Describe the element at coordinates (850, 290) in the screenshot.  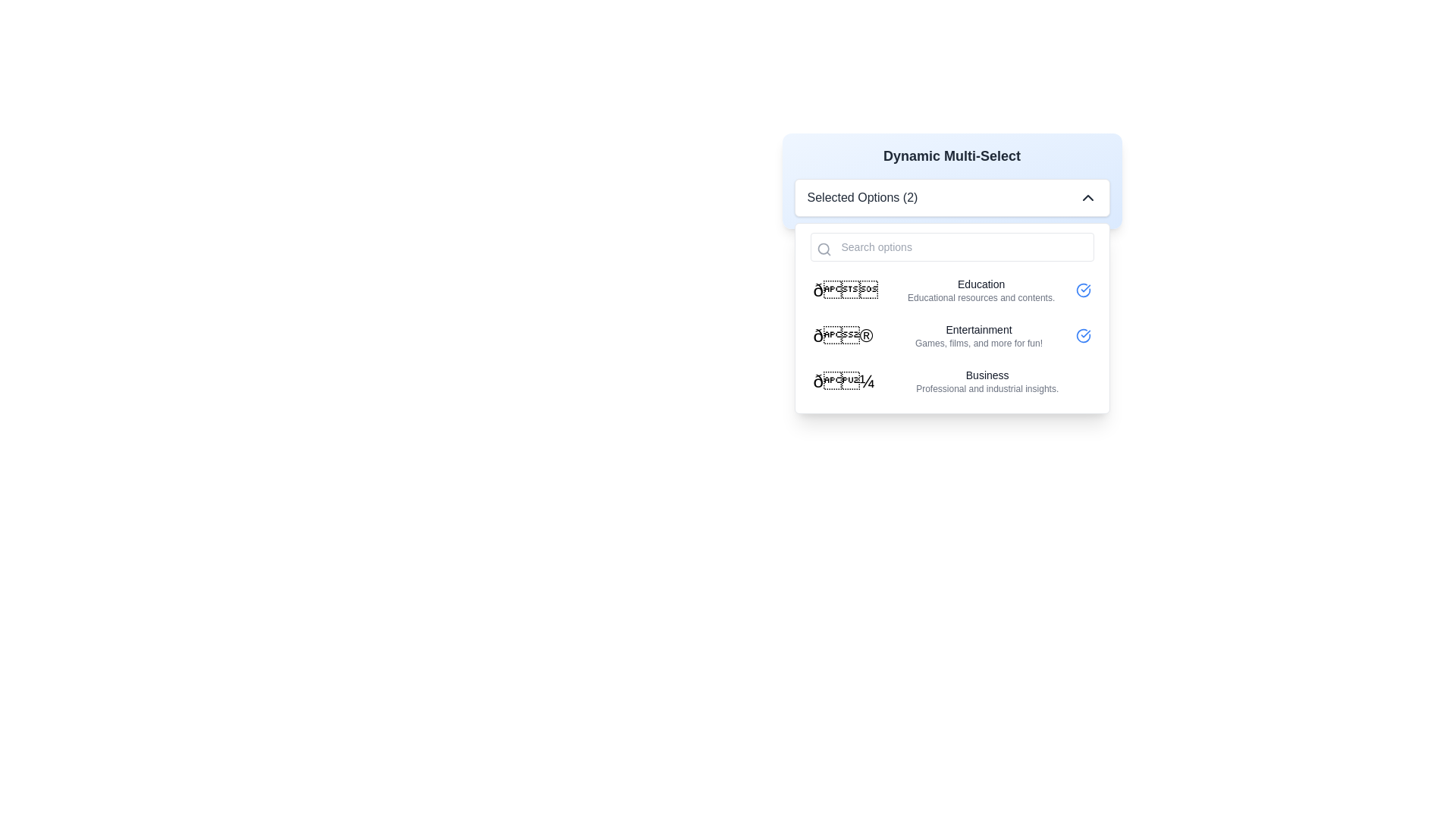
I see `the prominent emoji or icon that precedes the 'Education' label in the dynamic multi-select dropdown as a visual indicator` at that location.